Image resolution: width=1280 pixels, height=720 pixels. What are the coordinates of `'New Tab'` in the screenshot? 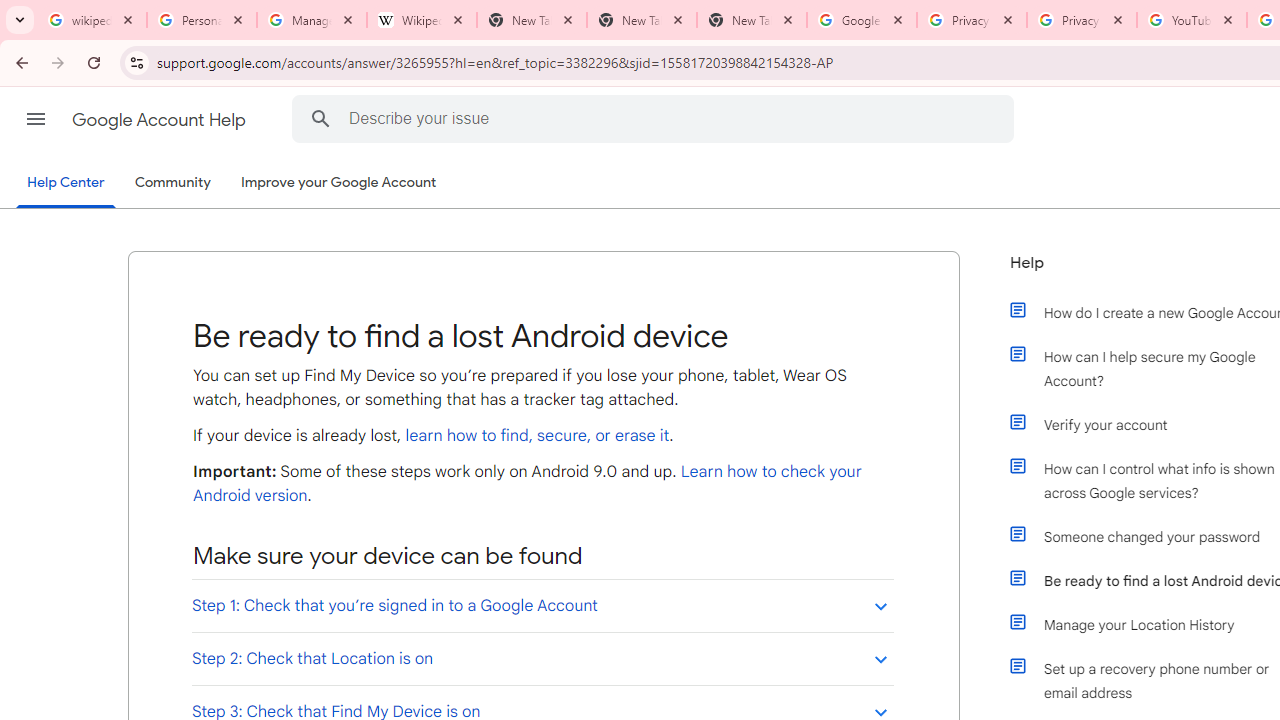 It's located at (751, 20).